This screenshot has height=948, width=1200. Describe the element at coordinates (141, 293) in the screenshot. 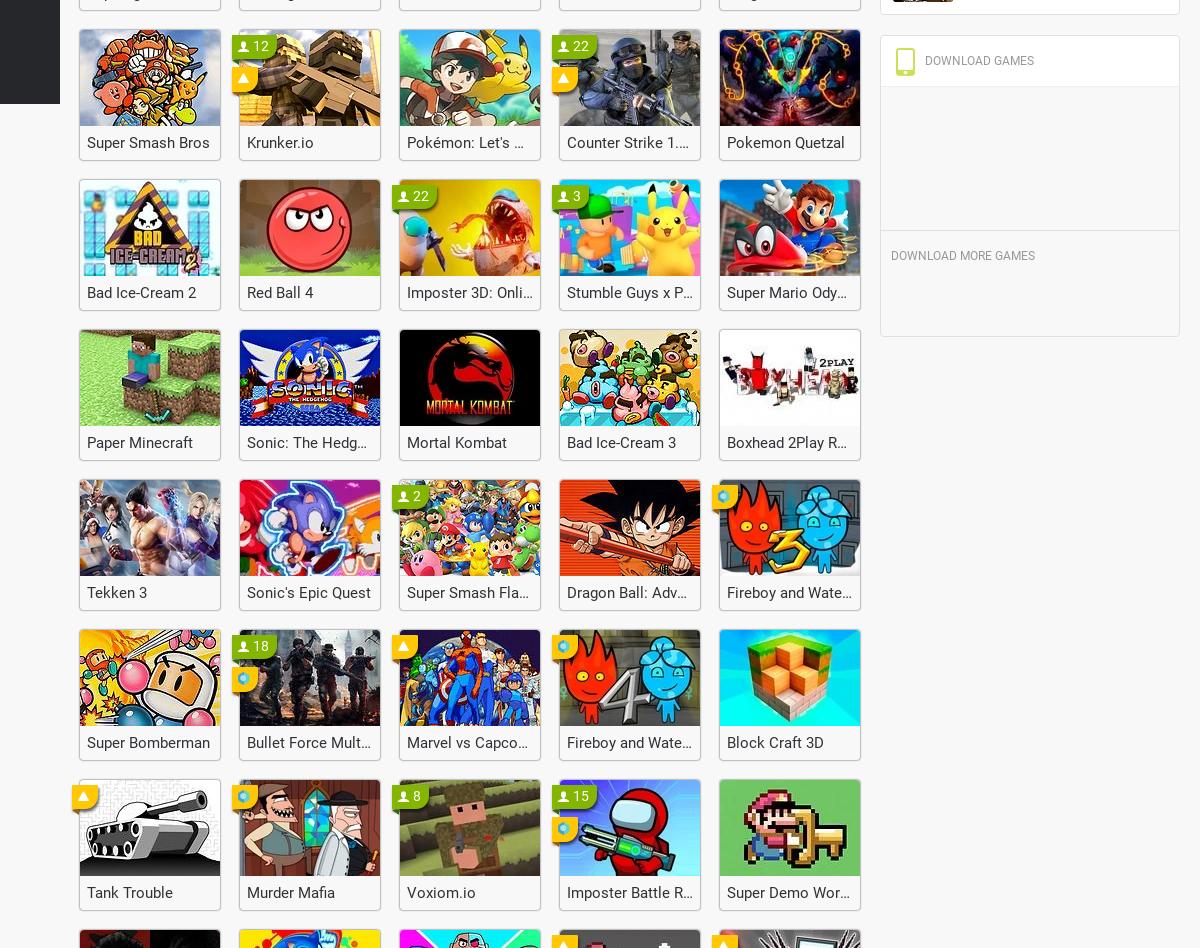

I see `'Bad Ice-Cream 2'` at that location.